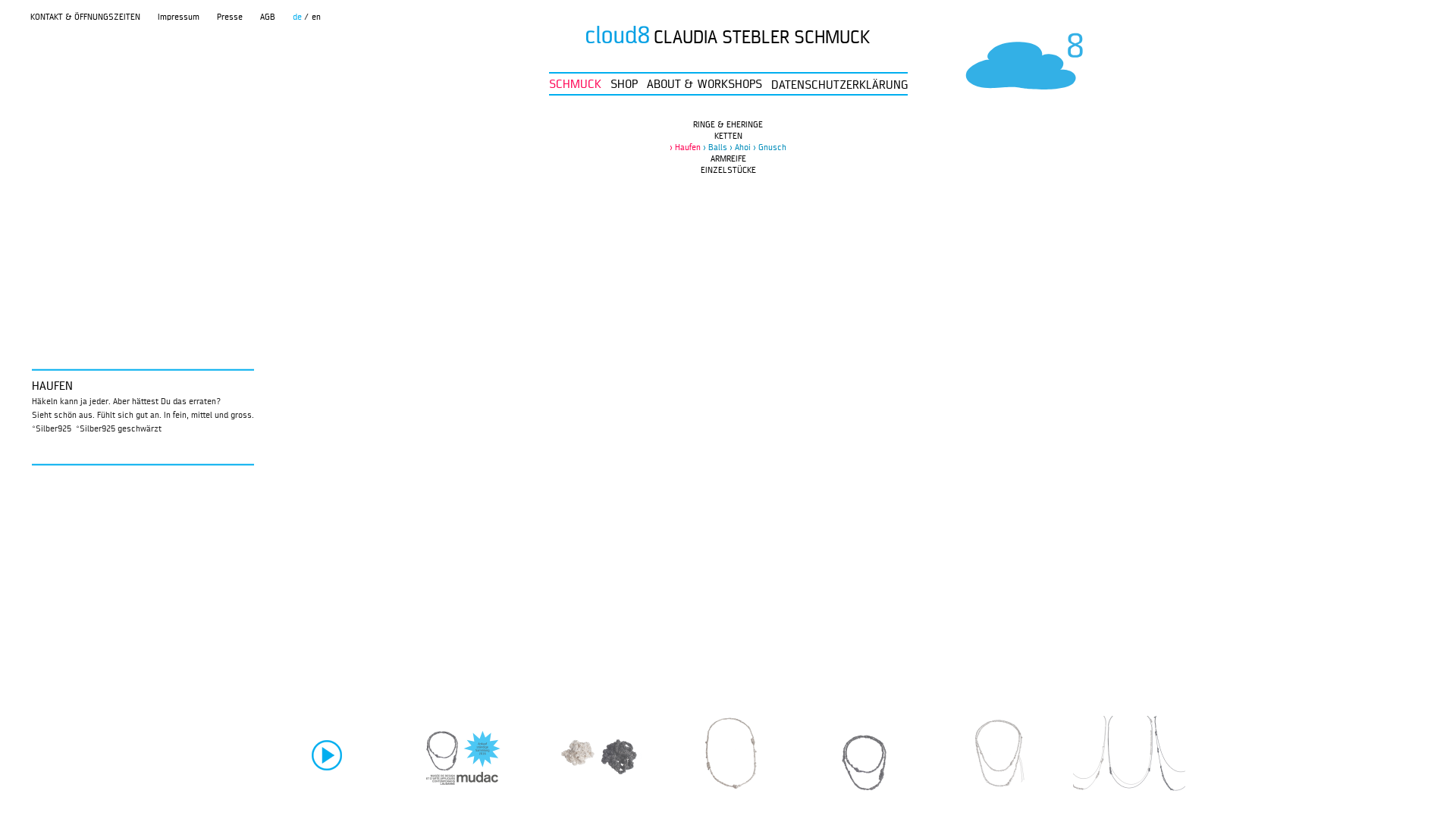  Describe the element at coordinates (702, 84) in the screenshot. I see `'ABOUT & WORKSHOPS'` at that location.